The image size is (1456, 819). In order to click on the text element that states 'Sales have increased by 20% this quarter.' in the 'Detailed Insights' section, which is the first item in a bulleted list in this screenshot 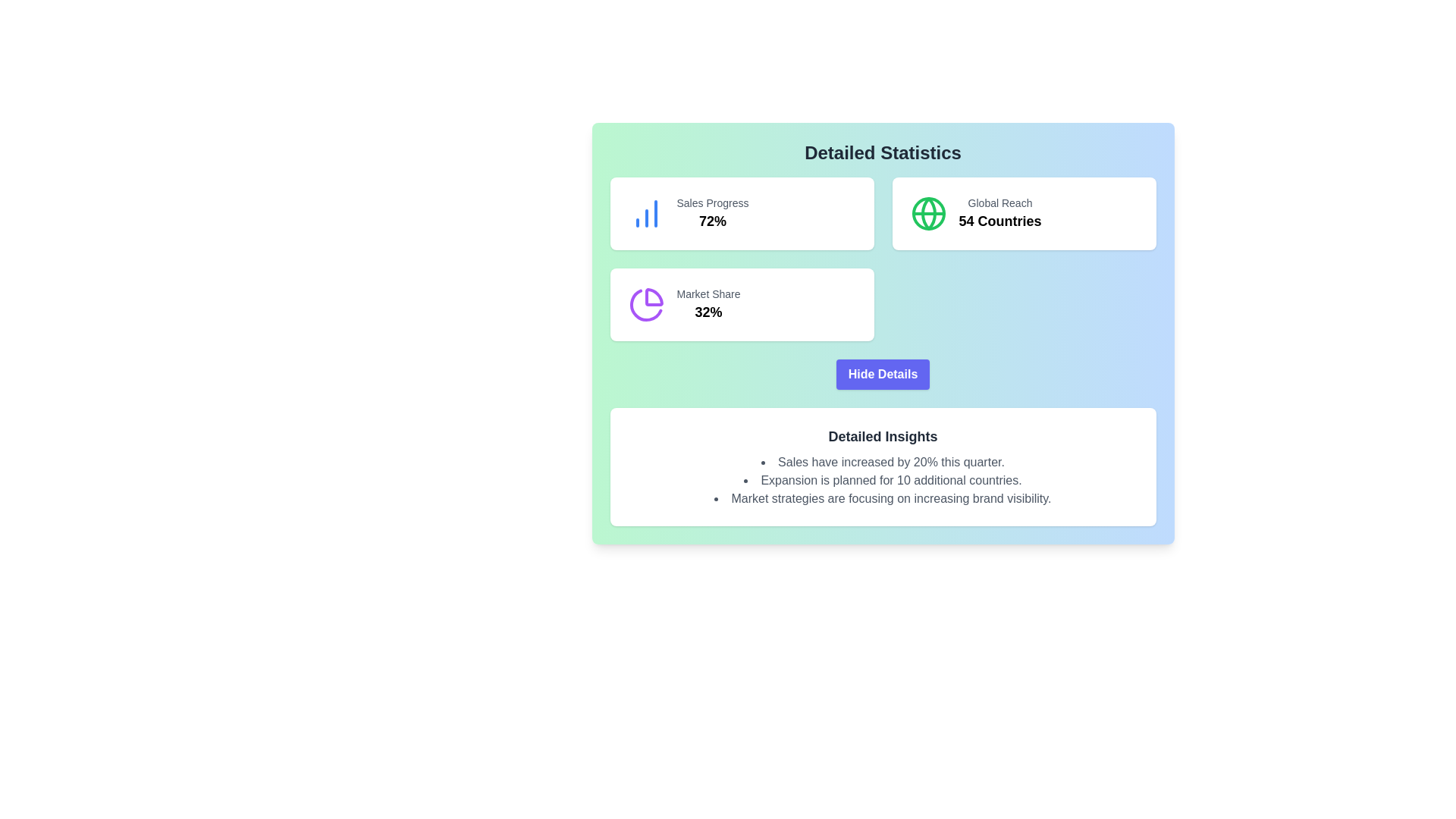, I will do `click(883, 461)`.